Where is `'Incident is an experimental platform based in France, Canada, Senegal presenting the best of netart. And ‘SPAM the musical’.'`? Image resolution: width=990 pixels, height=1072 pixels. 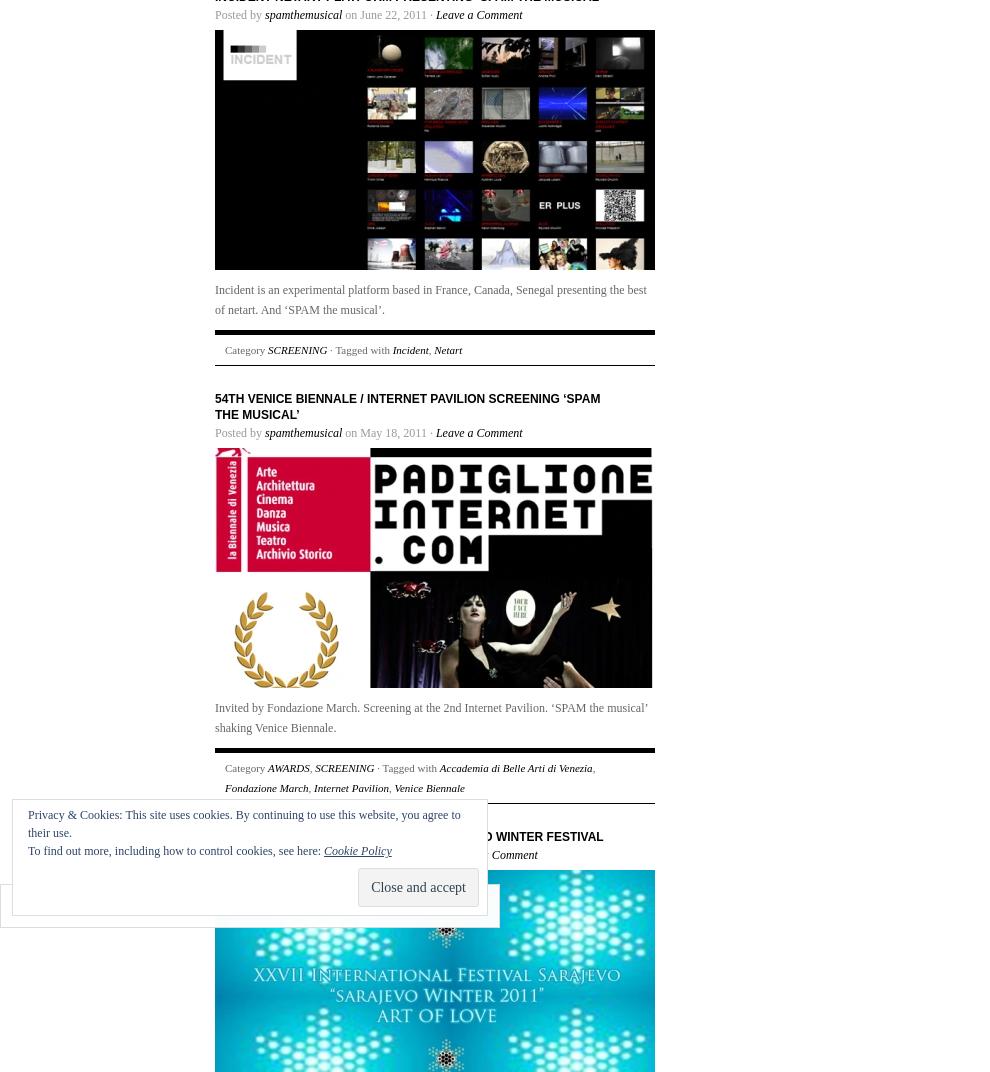 'Incident is an experimental platform based in France, Canada, Senegal presenting the best of netart. And ‘SPAM the musical’.' is located at coordinates (429, 299).